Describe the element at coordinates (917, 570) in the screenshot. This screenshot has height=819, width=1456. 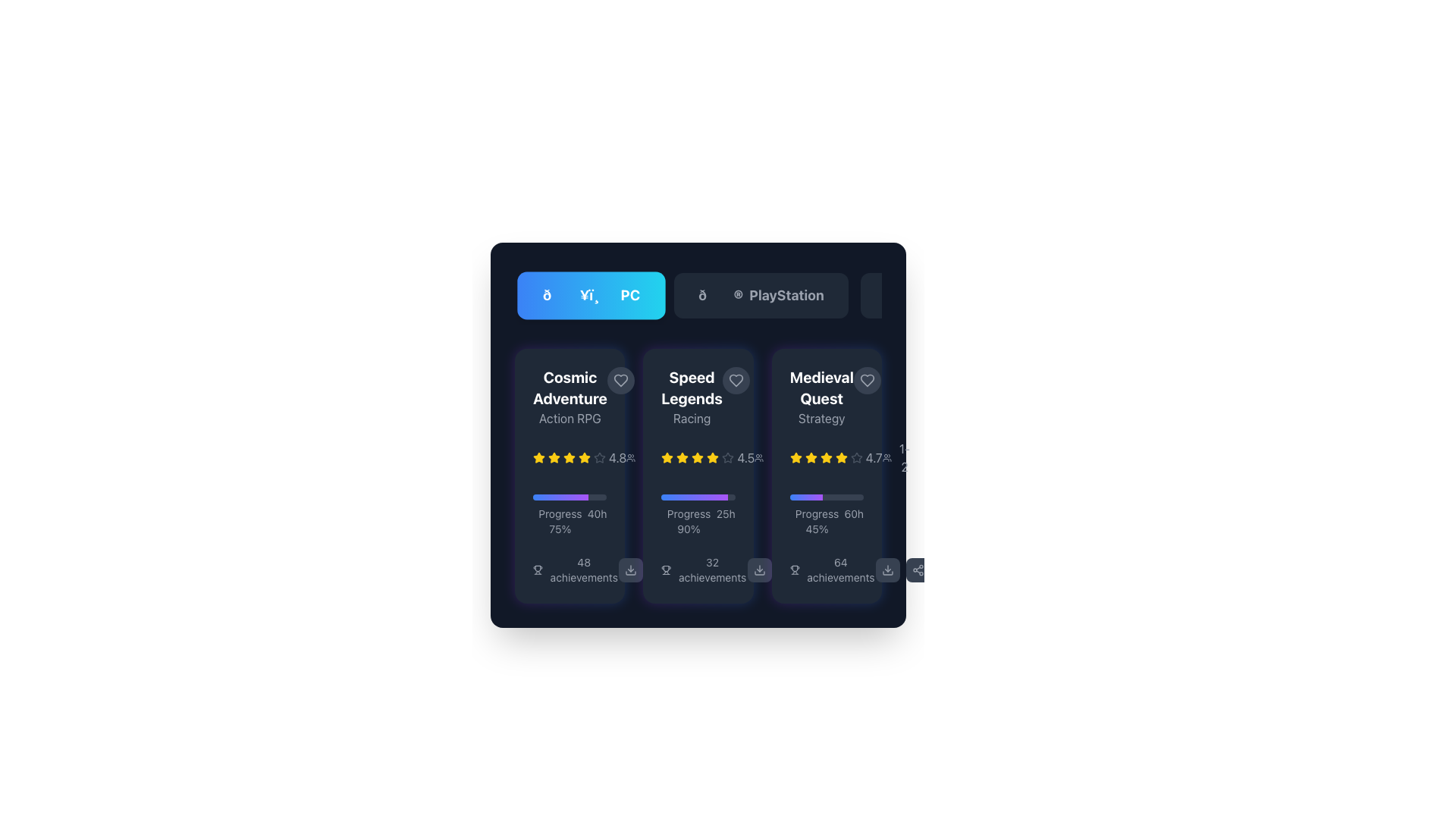
I see `the share icon, which is a graphical representation of three interconnected circles, located in the lower-right corner of the interface within a dark-gray rounded rectangular button` at that location.